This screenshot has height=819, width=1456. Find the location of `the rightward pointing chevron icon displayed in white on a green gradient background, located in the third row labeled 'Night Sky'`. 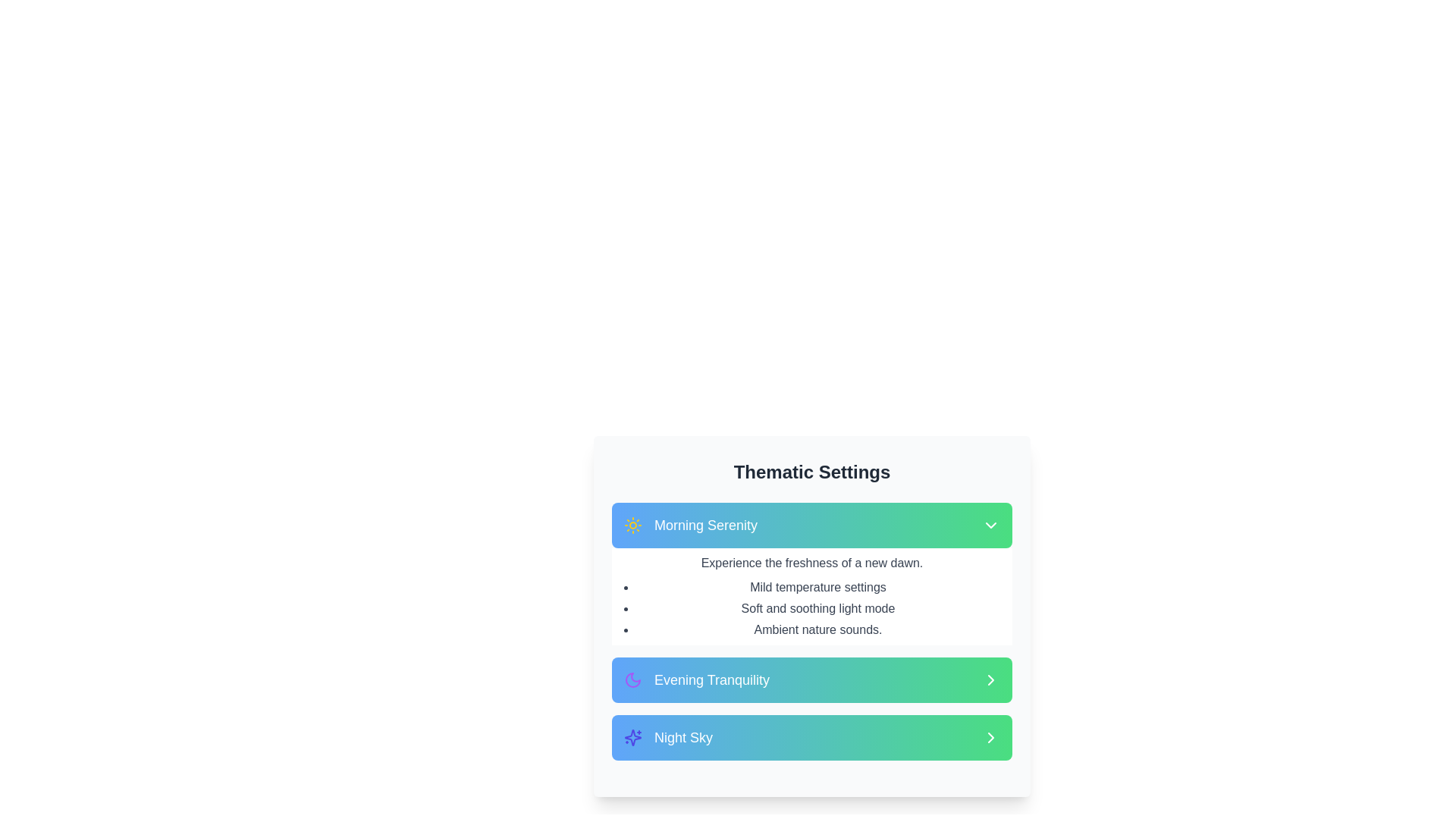

the rightward pointing chevron icon displayed in white on a green gradient background, located in the third row labeled 'Night Sky' is located at coordinates (990, 736).